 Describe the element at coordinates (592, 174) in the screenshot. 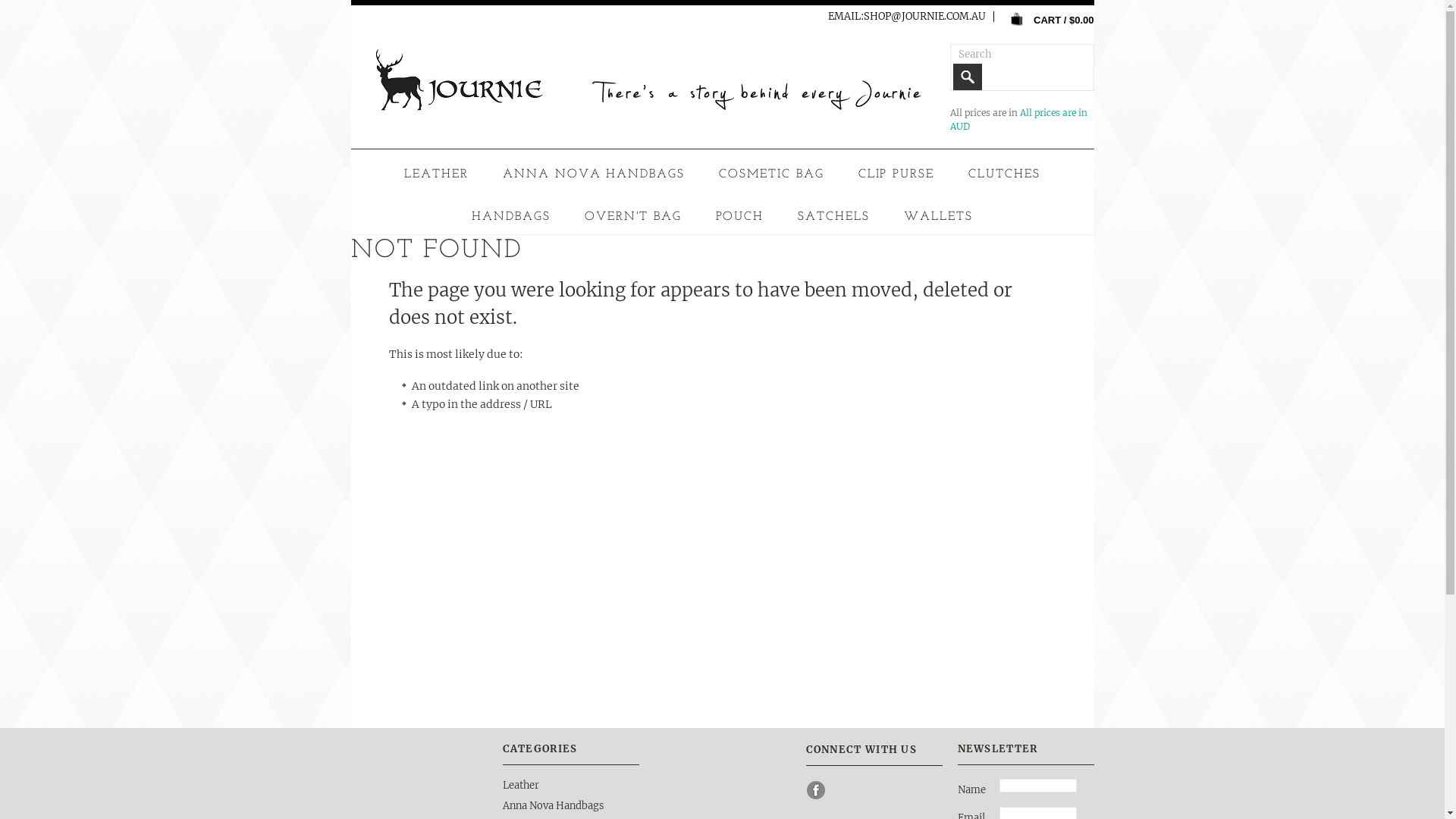

I see `'ANNA NOVA HANDBAGS'` at that location.